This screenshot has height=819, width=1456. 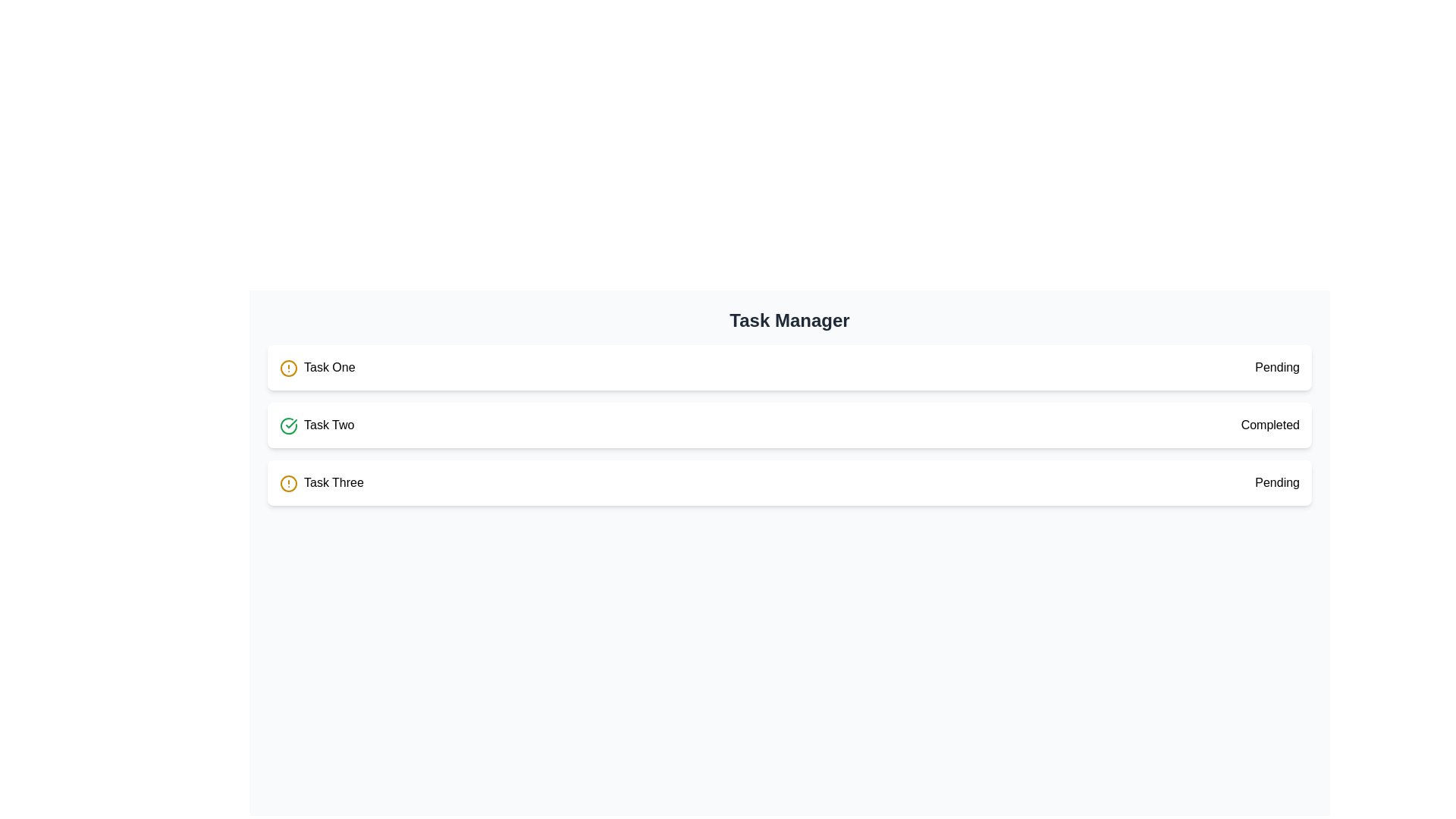 What do you see at coordinates (316, 368) in the screenshot?
I see `the 'Task One' element, which consists of a yellow-orange circular icon with an exclamation mark and bold text, for reordering within the task list` at bounding box center [316, 368].